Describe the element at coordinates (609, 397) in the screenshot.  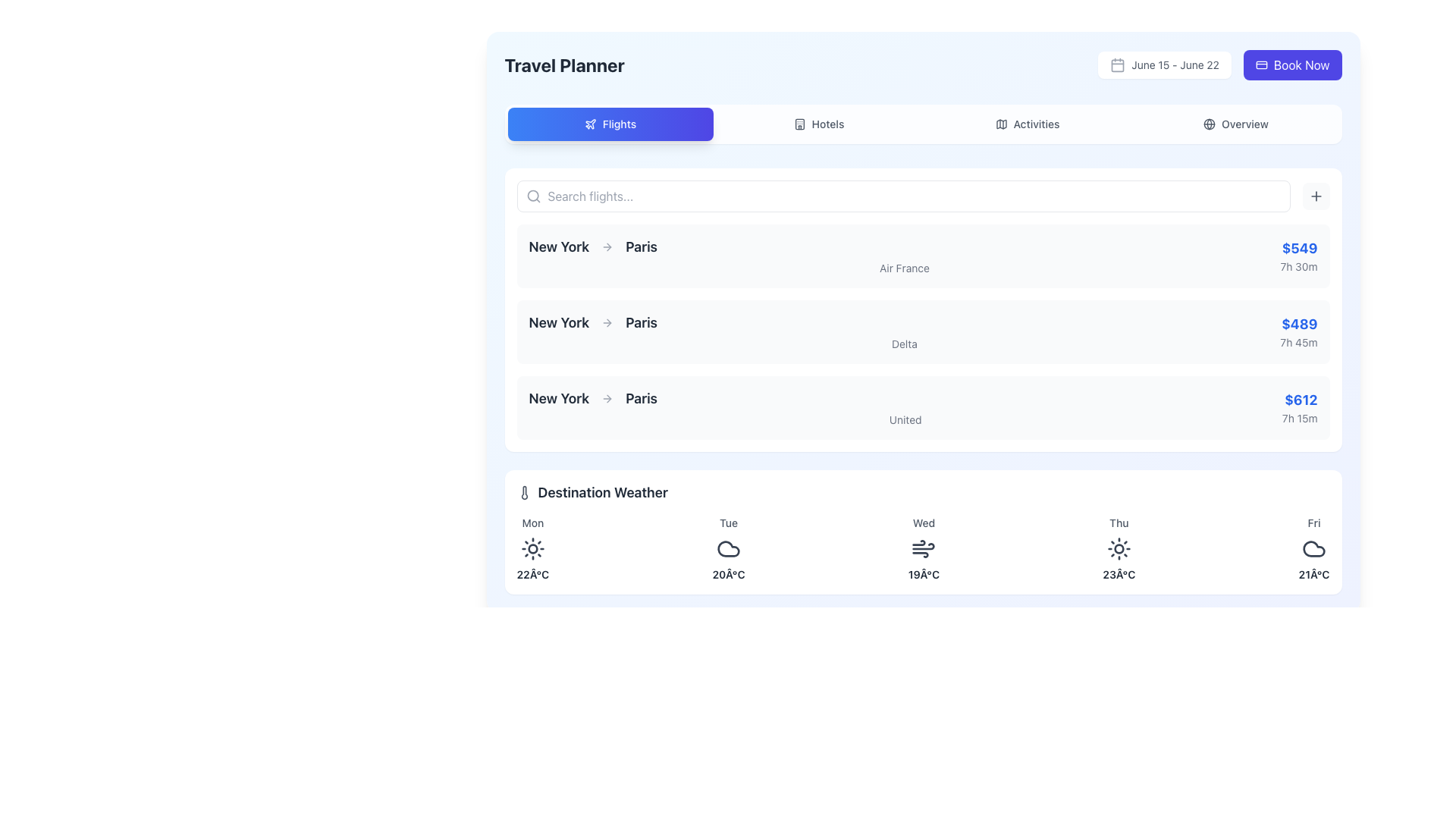
I see `the right arrow shaped icon located under the flight options section associated with 'New York → Paris'` at that location.